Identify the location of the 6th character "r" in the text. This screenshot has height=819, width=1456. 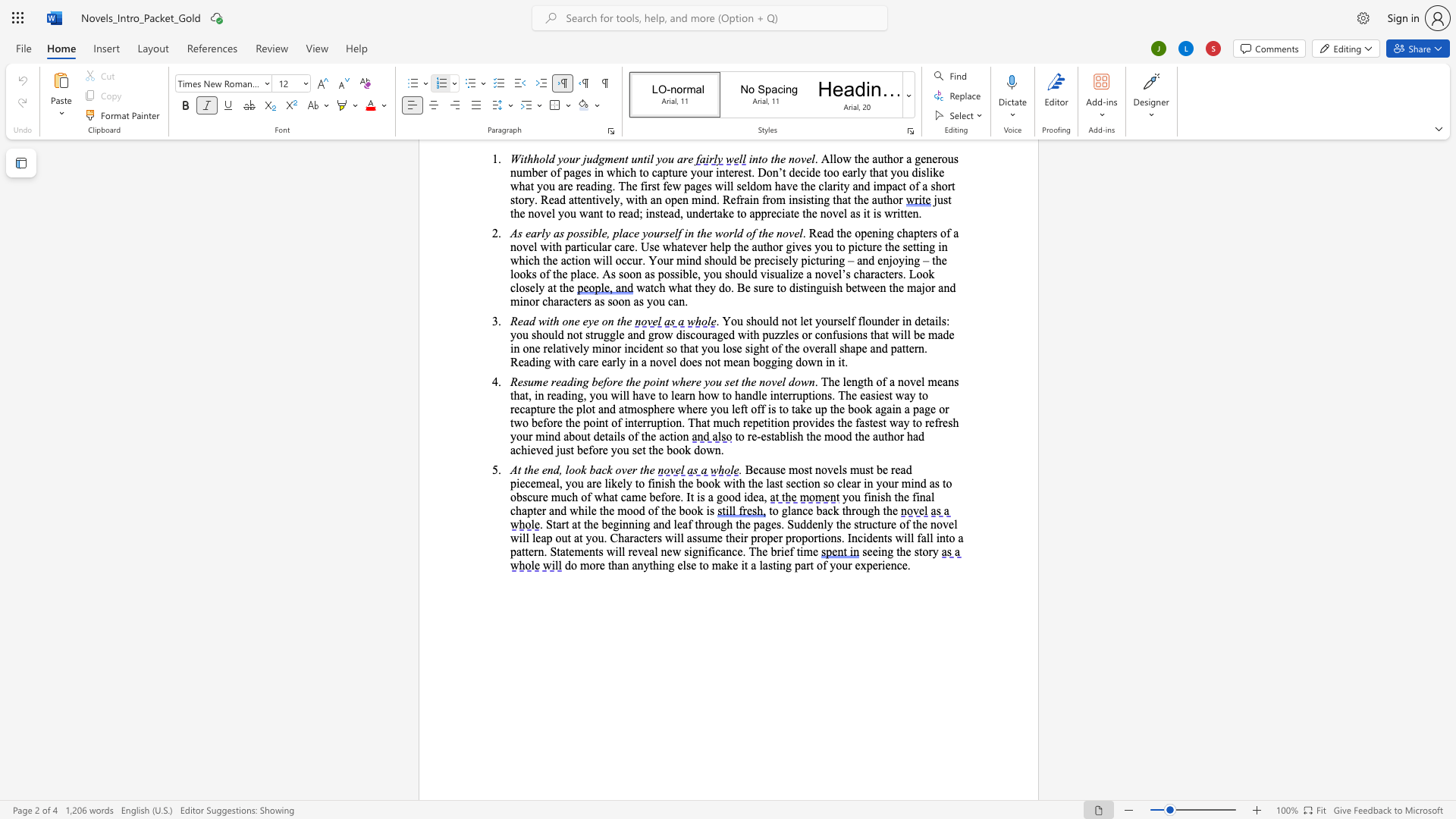
(809, 334).